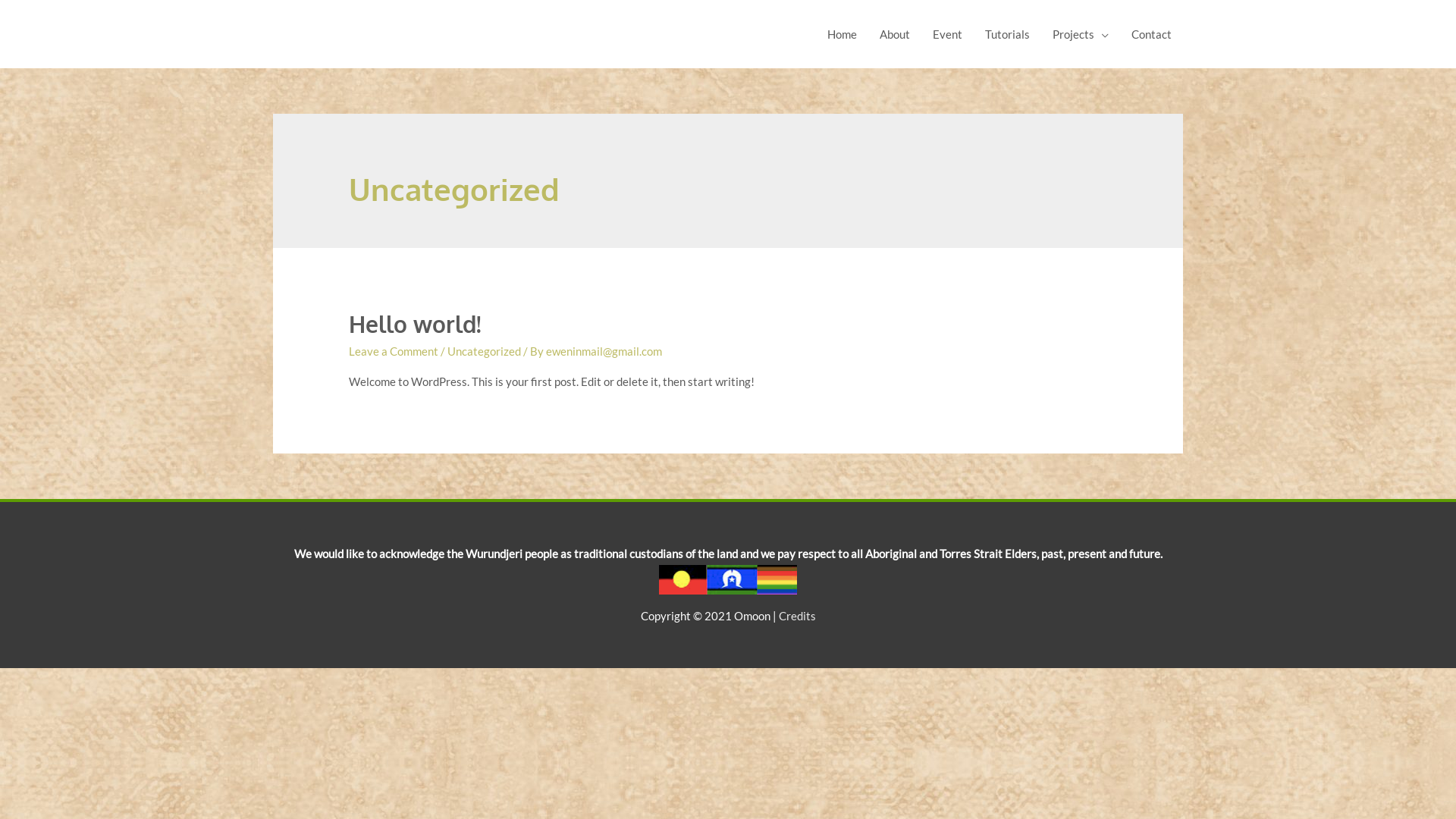  What do you see at coordinates (1080, 34) in the screenshot?
I see `'Projects'` at bounding box center [1080, 34].